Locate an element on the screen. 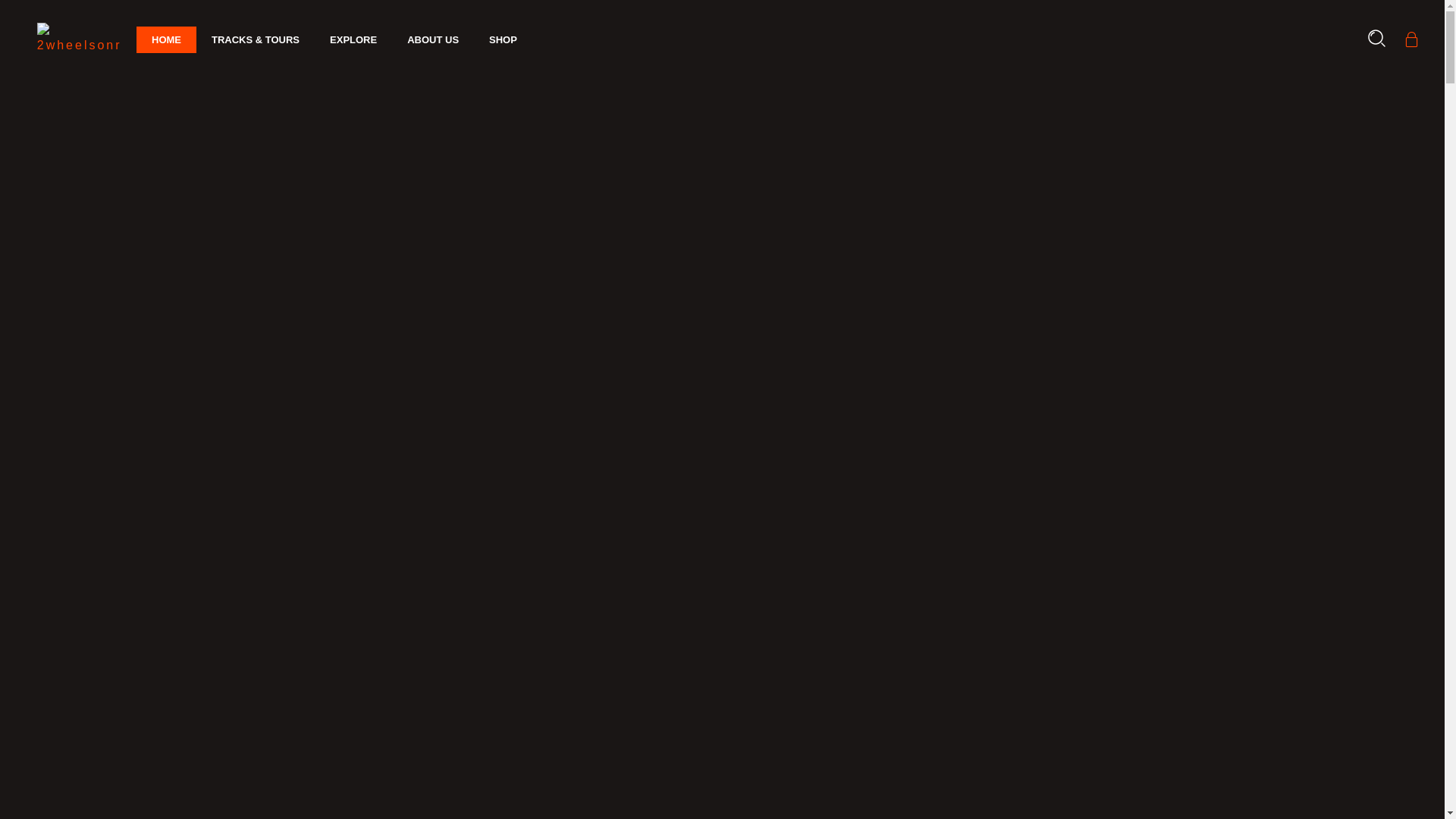 Image resolution: width=1456 pixels, height=819 pixels. 'EXPLORE' is located at coordinates (352, 39).